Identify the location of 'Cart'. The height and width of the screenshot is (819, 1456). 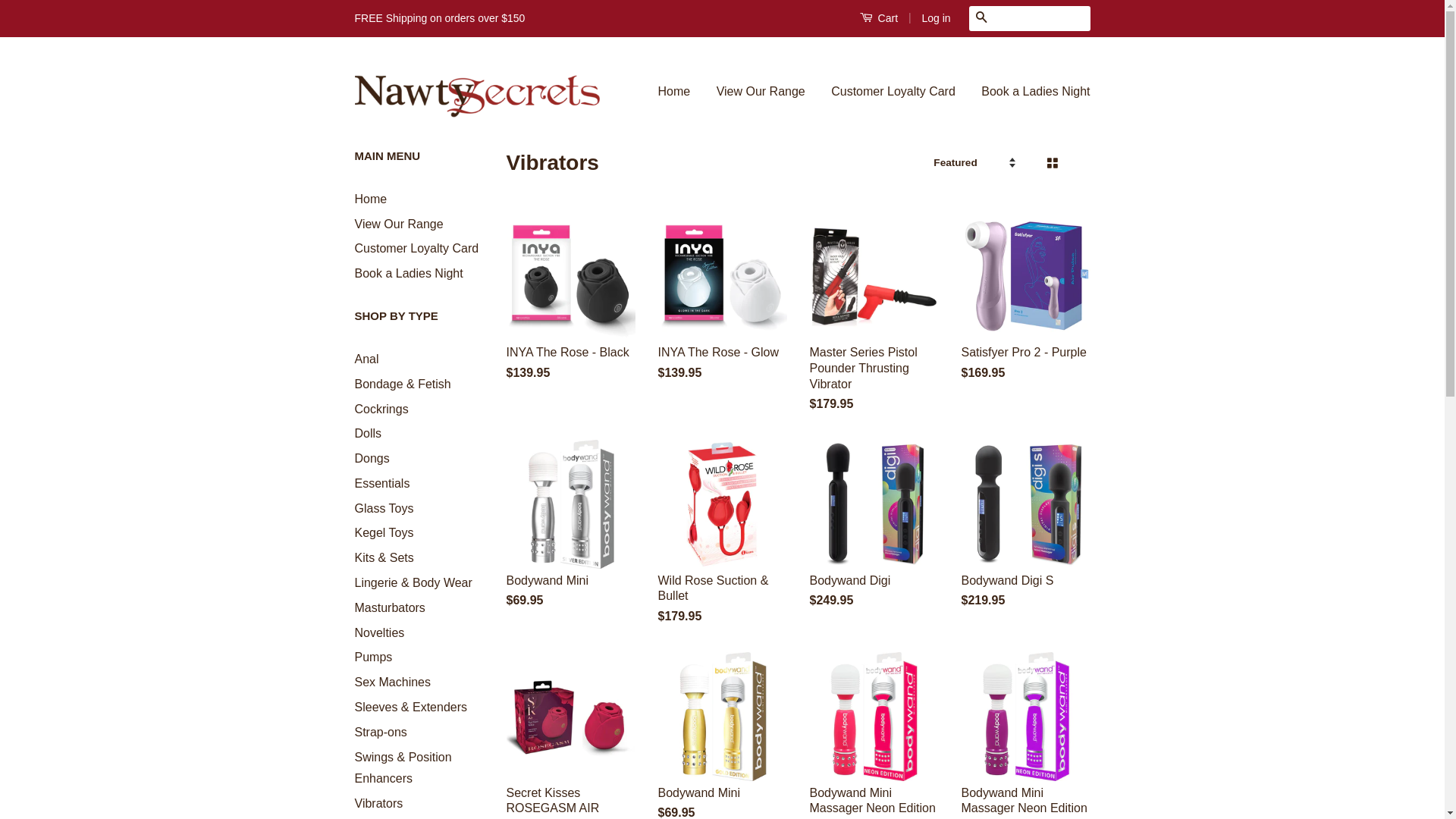
(859, 17).